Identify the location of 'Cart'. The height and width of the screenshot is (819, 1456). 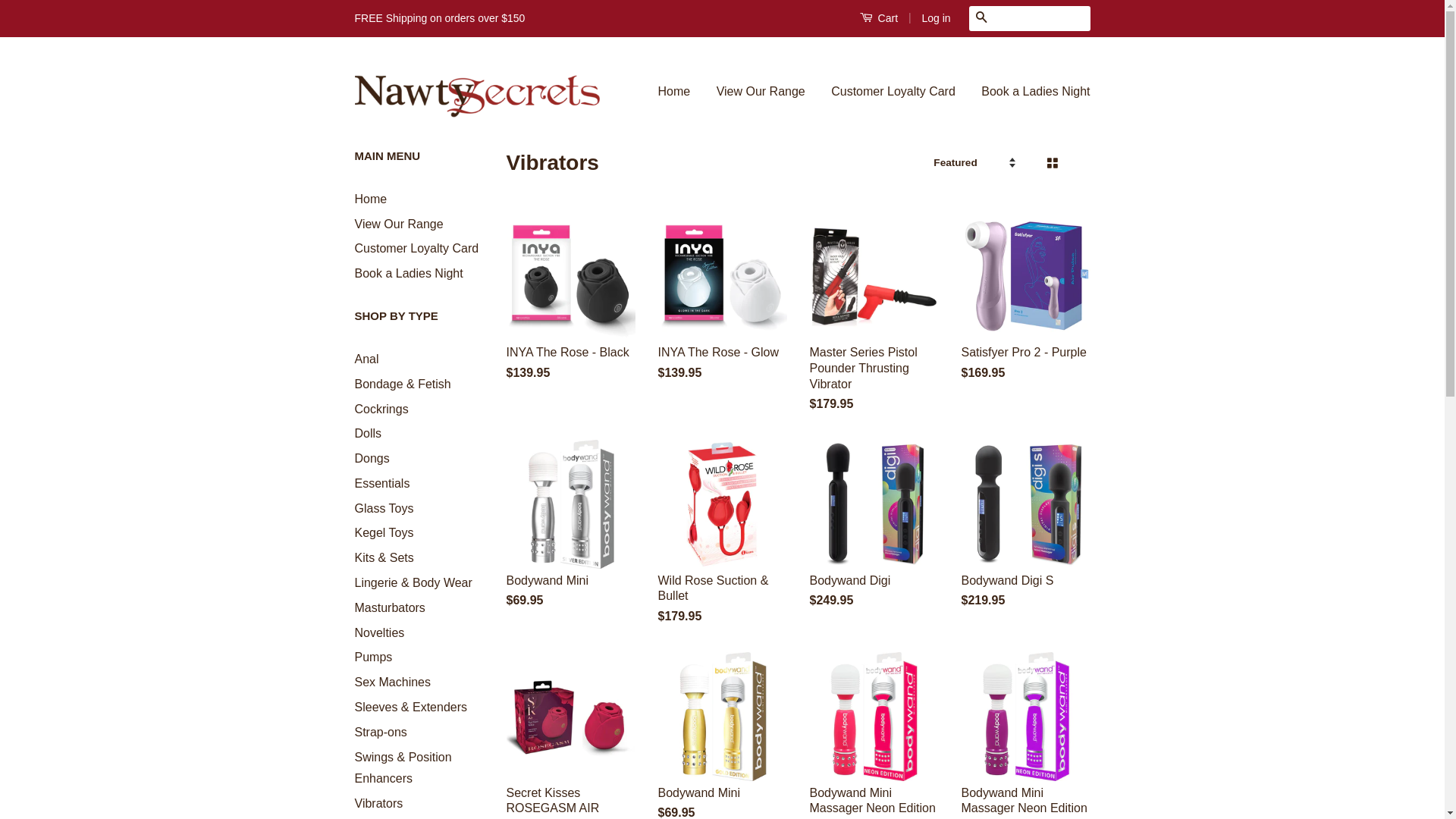
(859, 17).